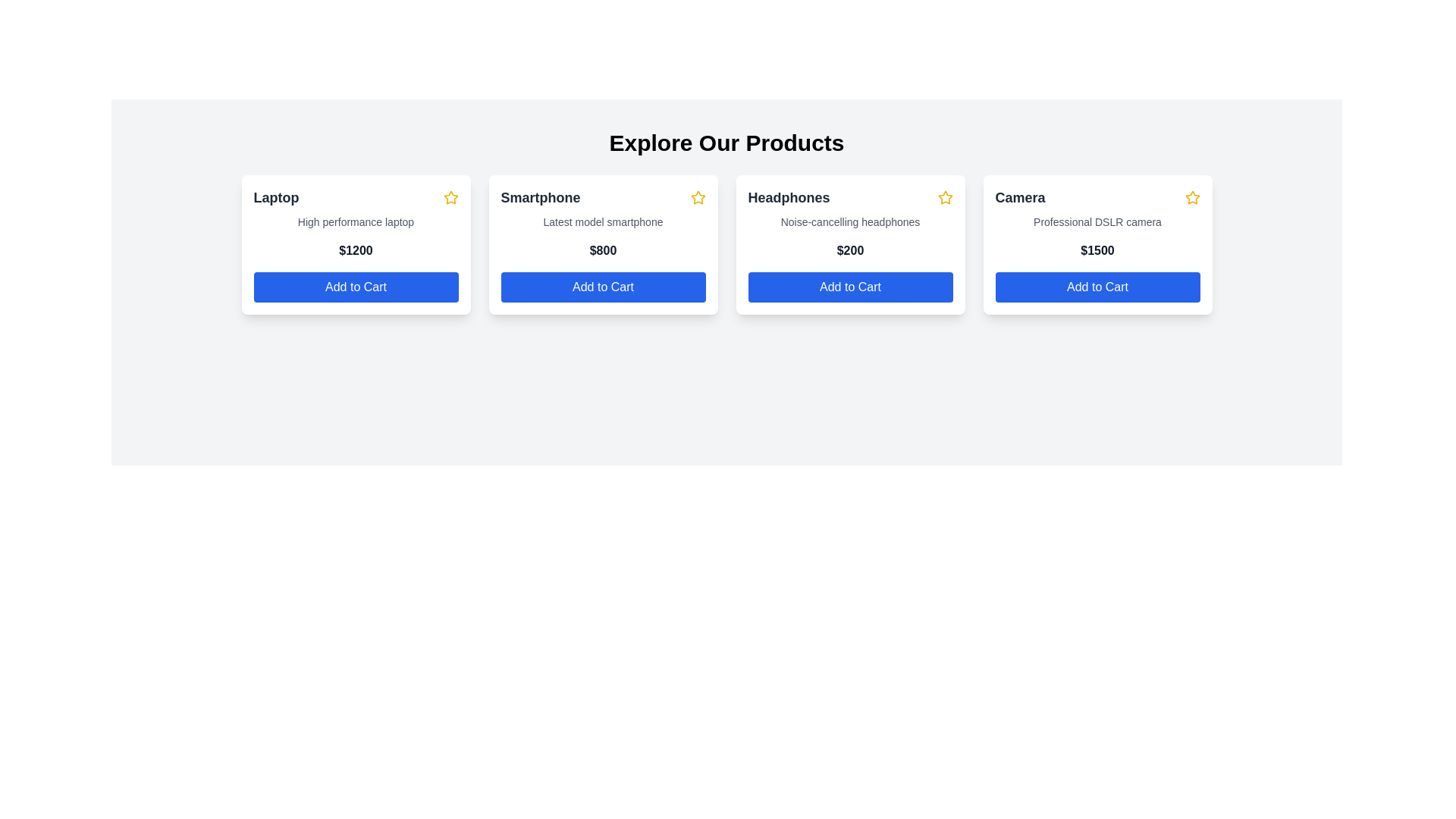  I want to click on the star icon indicating rating for the 'Smartphone' product located to the right of its title, so click(697, 197).